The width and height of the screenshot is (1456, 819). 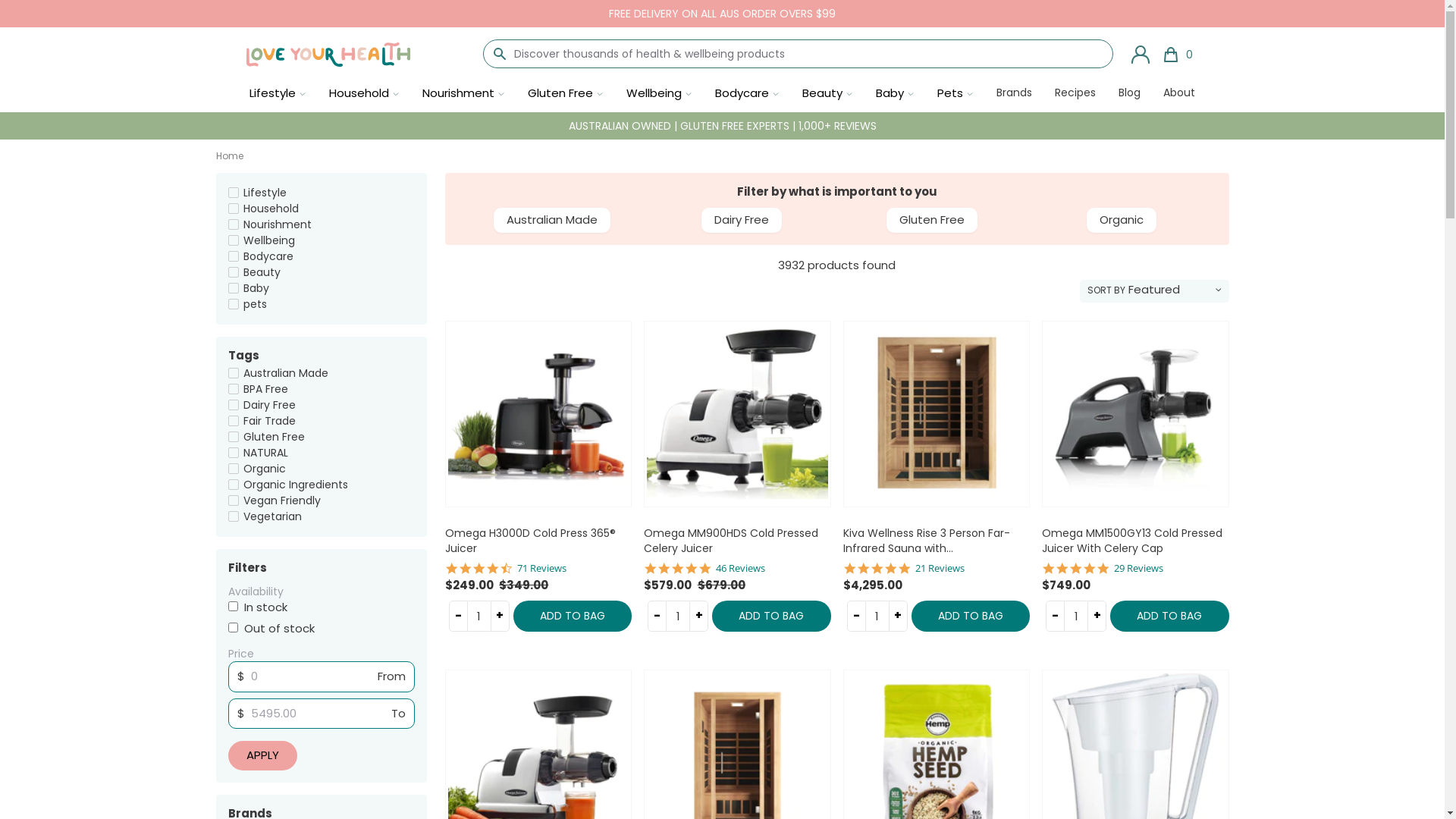 What do you see at coordinates (262, 755) in the screenshot?
I see `'Apply'` at bounding box center [262, 755].